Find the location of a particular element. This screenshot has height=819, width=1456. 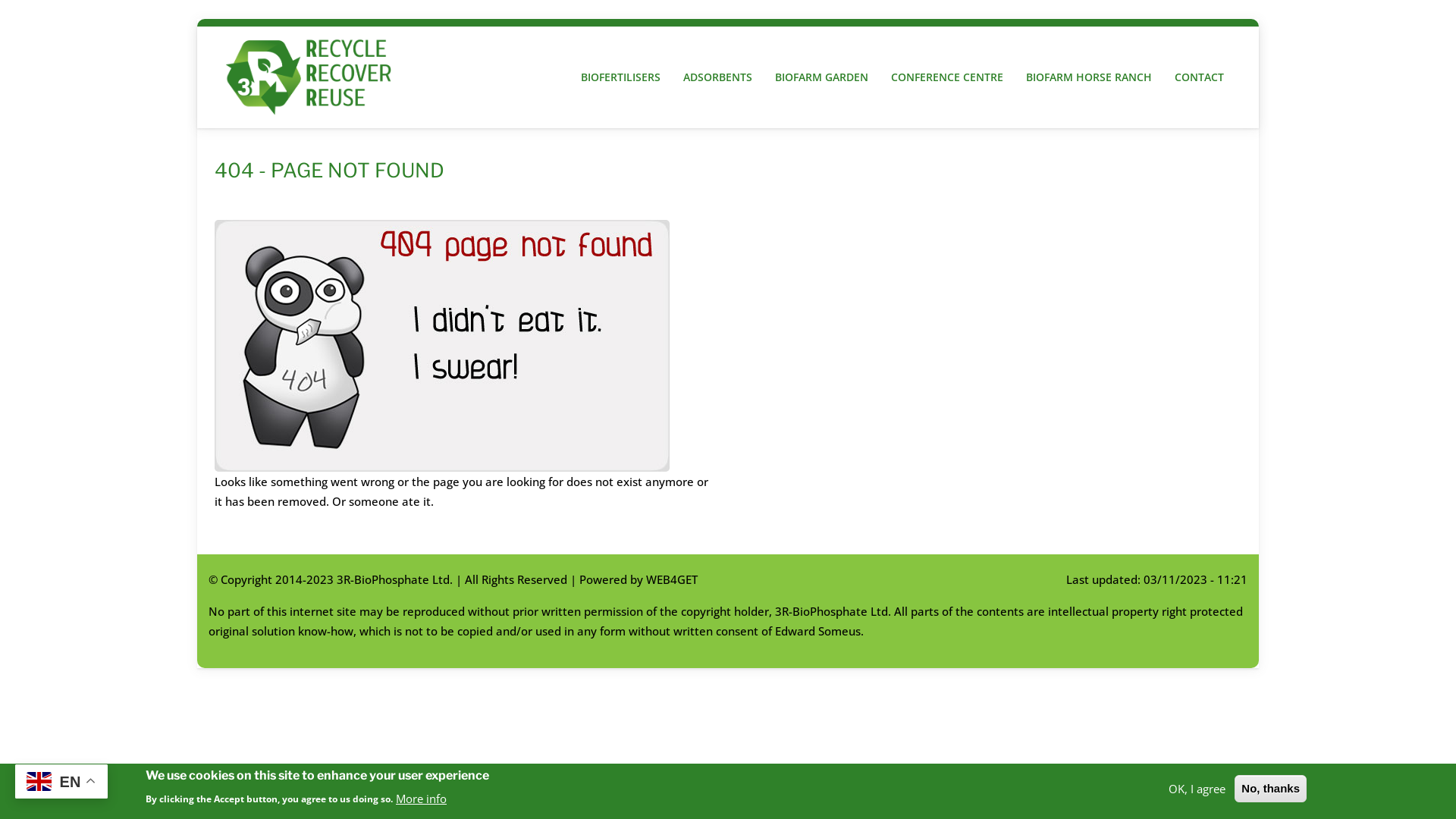

'BIOFARM GARDEN' is located at coordinates (821, 77).